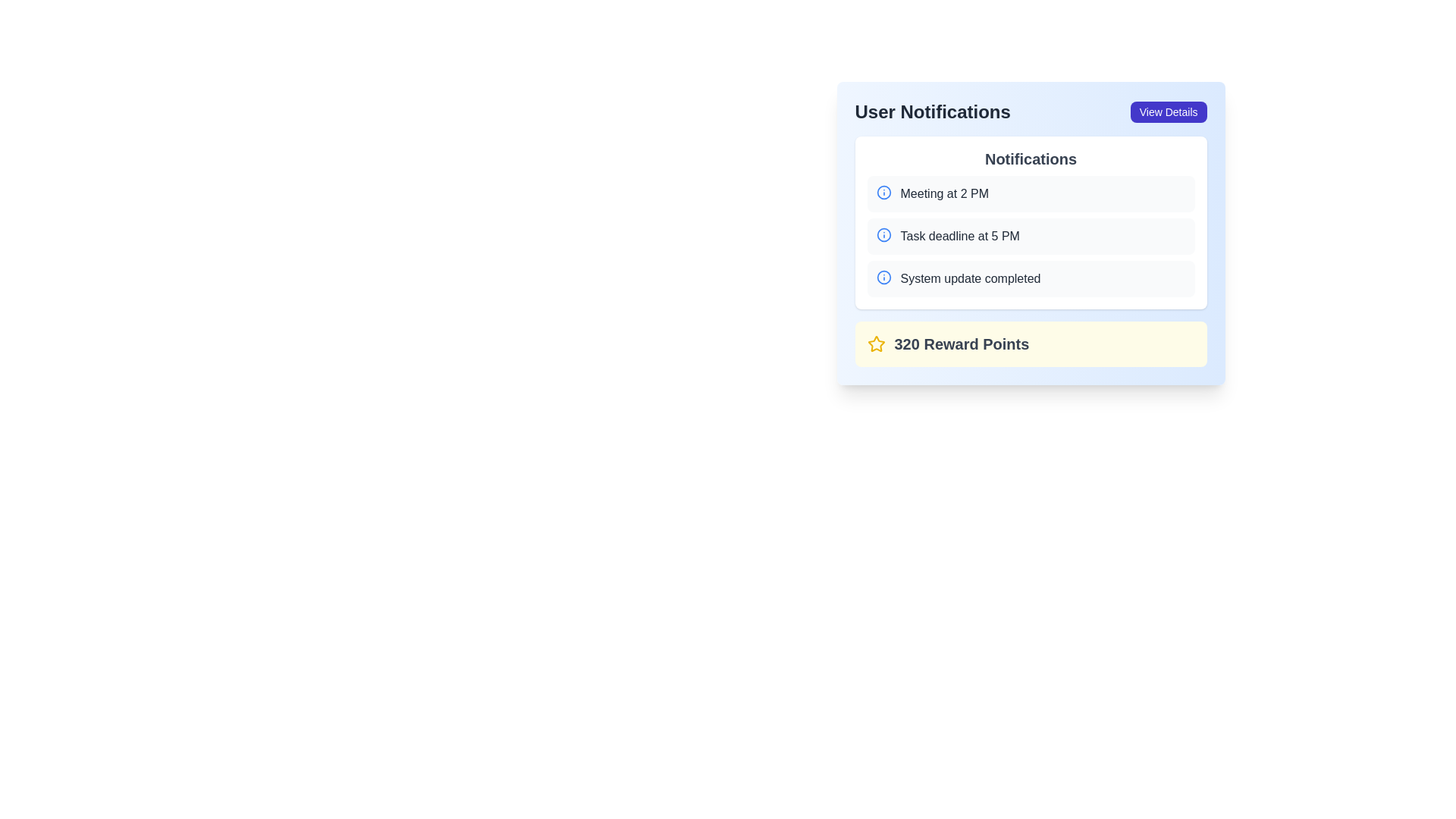 This screenshot has width=1456, height=819. Describe the element at coordinates (883, 234) in the screenshot. I see `the informational icon located to the left of the text 'Task deadline at 5 PM' in the second row of the 'Notifications' list` at that location.